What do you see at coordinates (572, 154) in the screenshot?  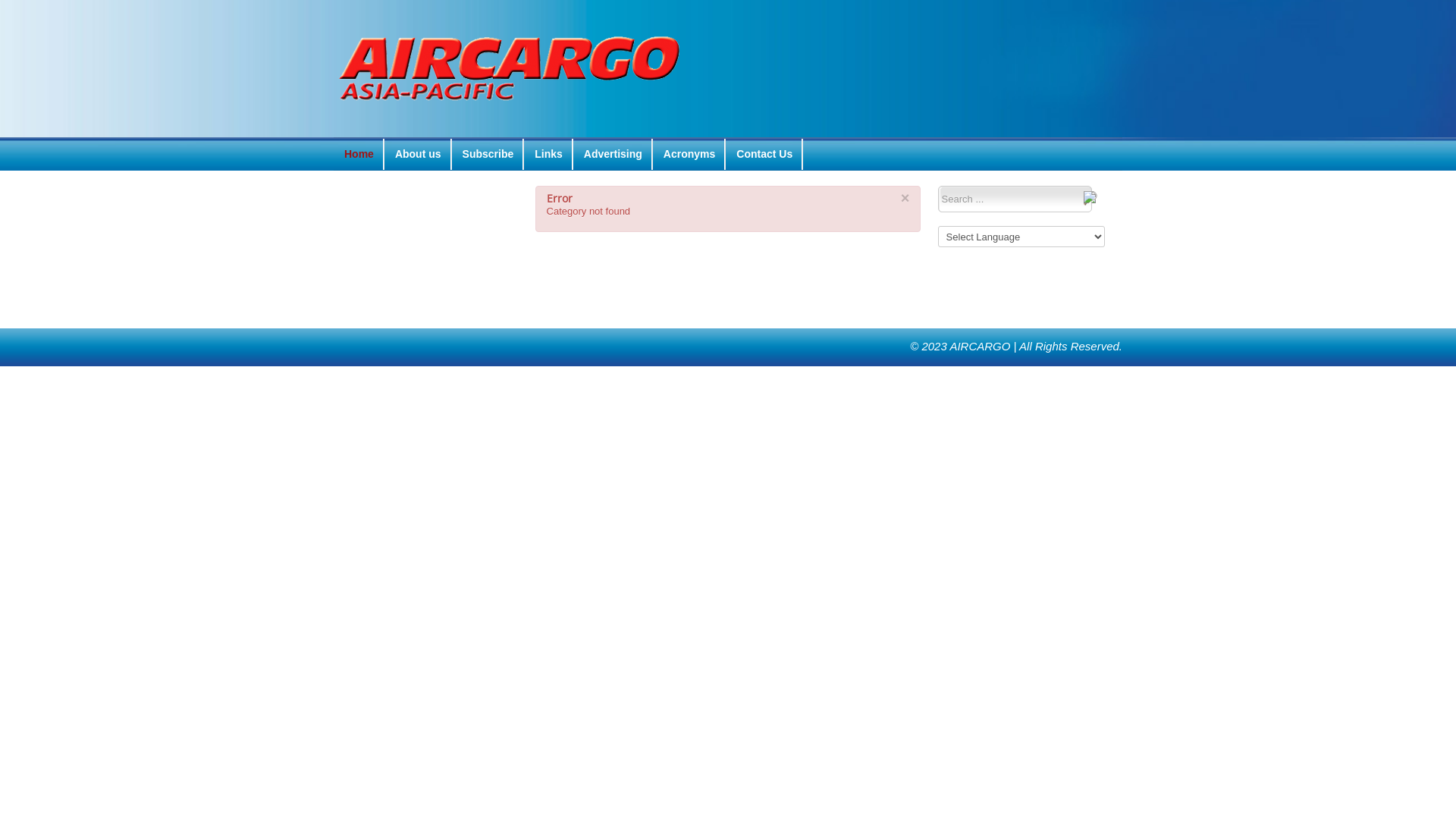 I see `'Advertising'` at bounding box center [572, 154].